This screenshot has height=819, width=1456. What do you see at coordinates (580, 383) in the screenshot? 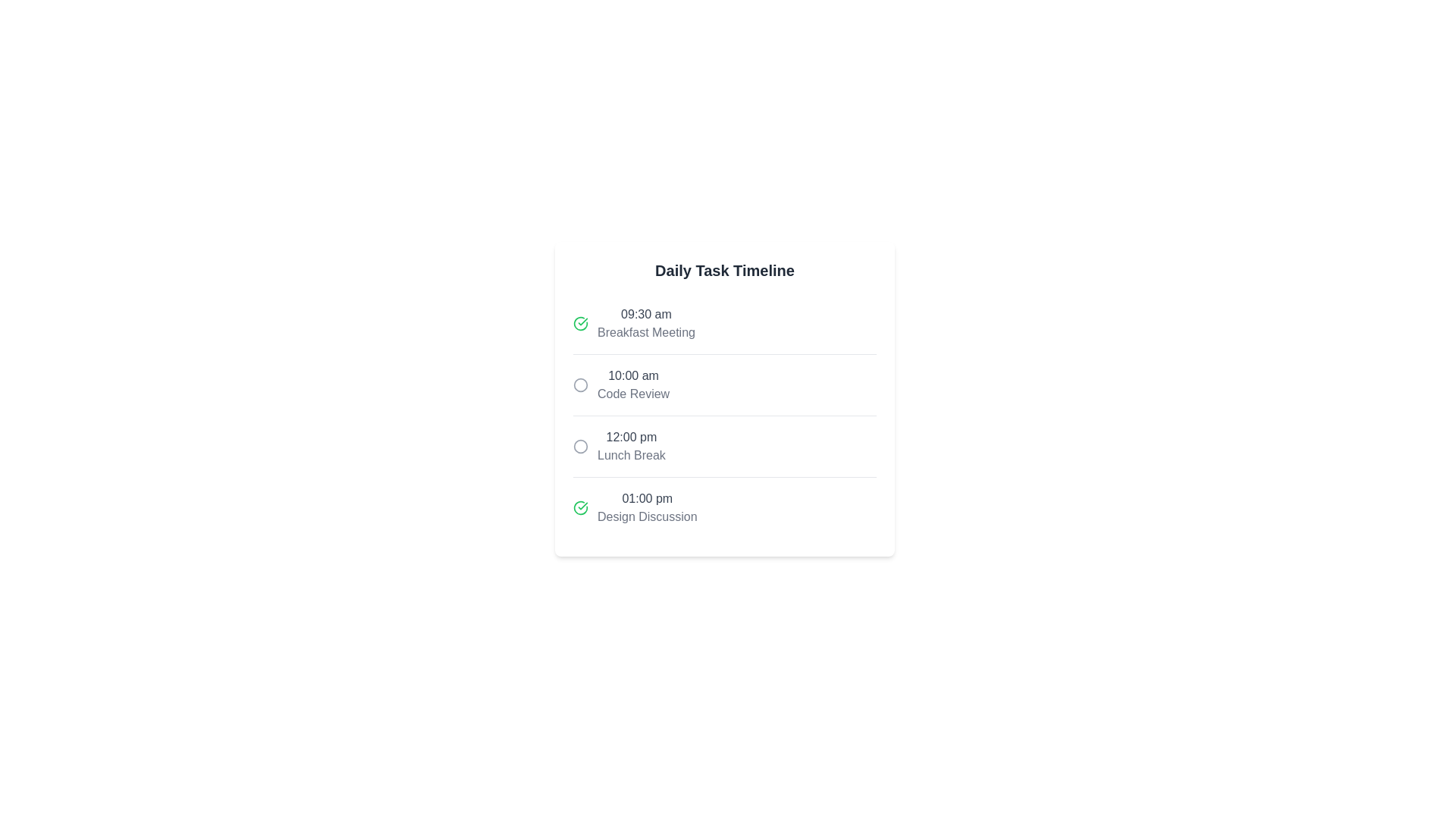
I see `the Circular SVG icon associated with the timeline entry labeled '10:00 am - Code Review'` at bounding box center [580, 383].